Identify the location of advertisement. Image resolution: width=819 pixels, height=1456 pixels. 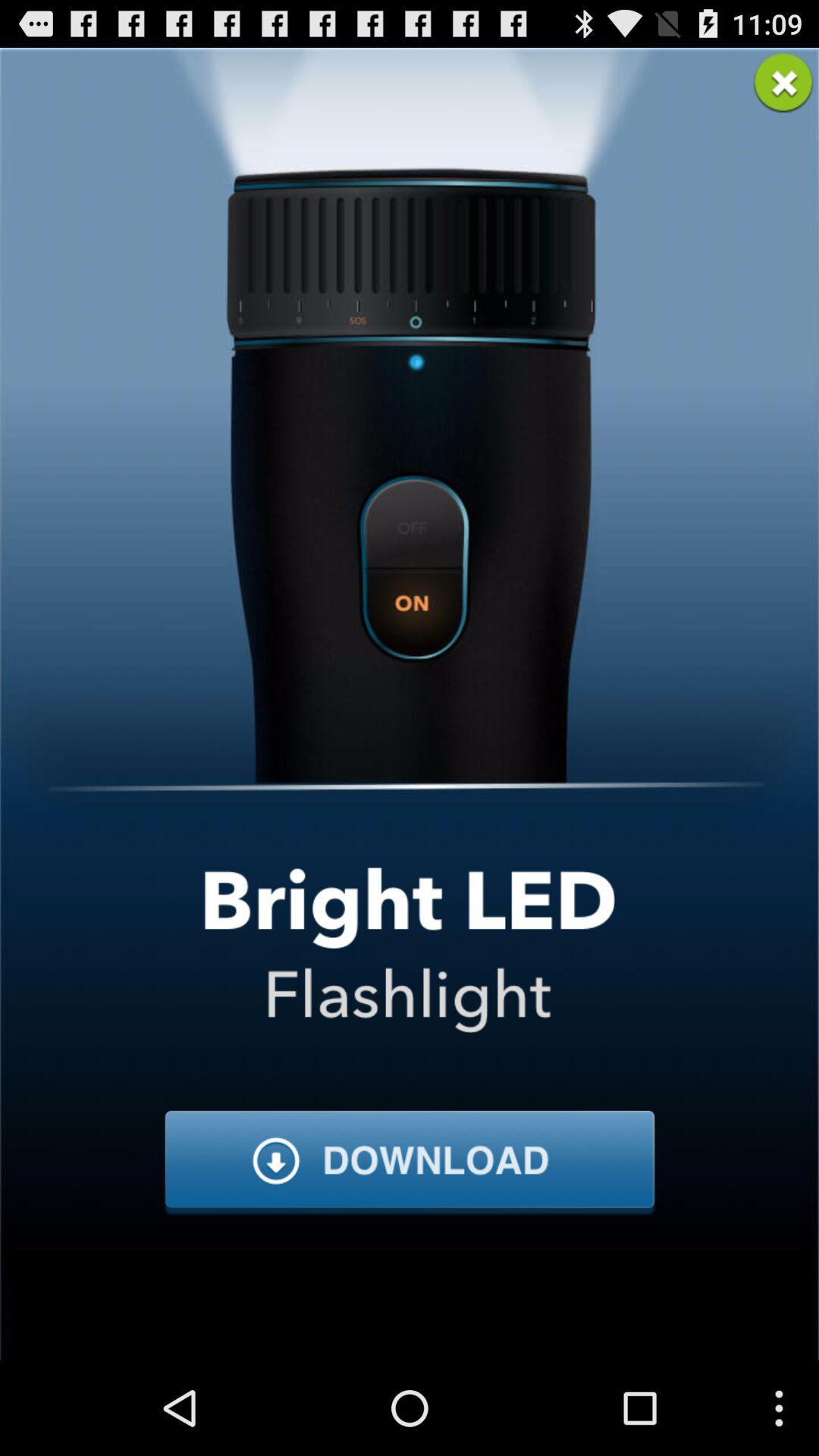
(783, 82).